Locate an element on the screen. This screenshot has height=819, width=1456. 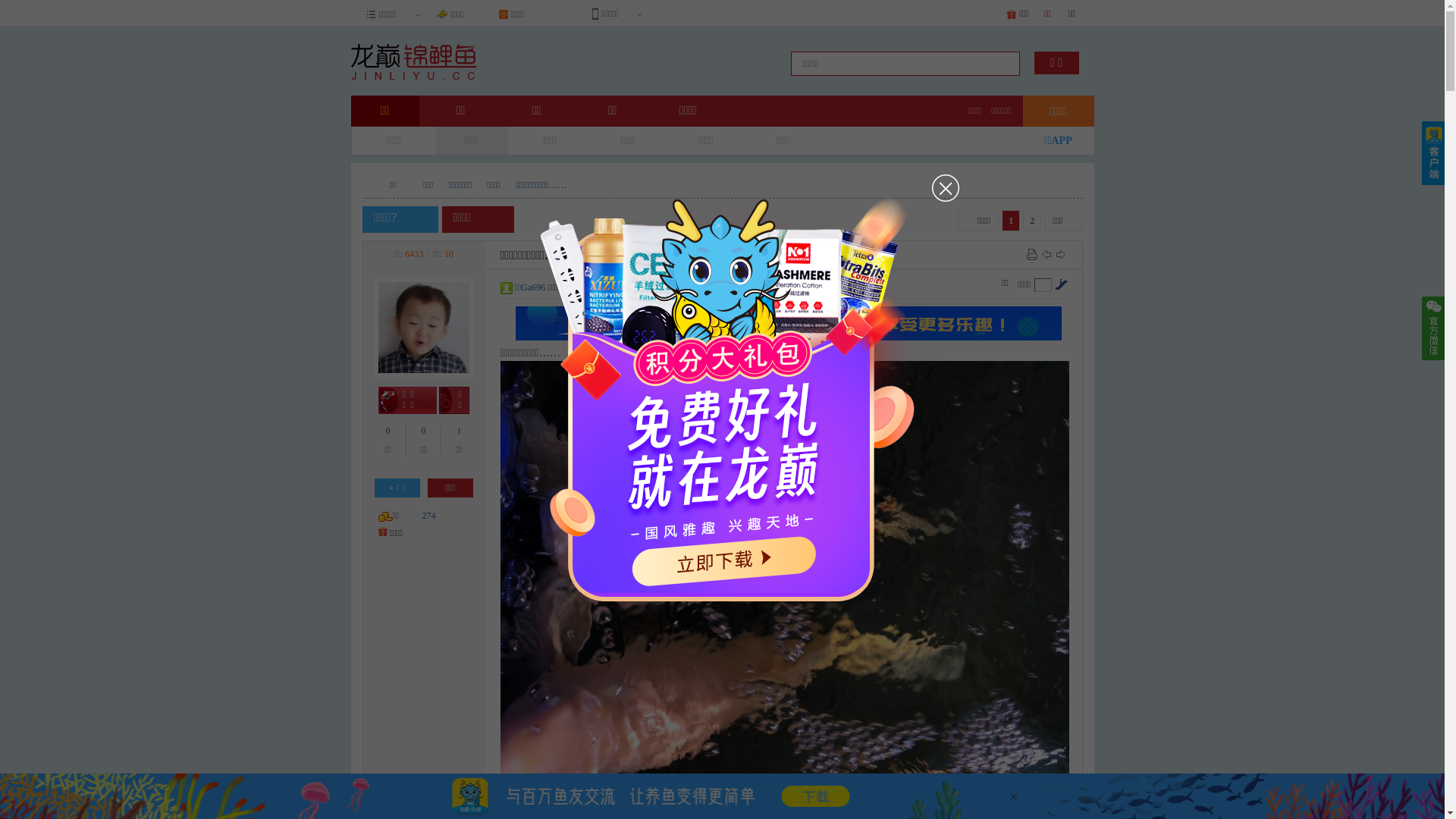
'0' is located at coordinates (422, 430).